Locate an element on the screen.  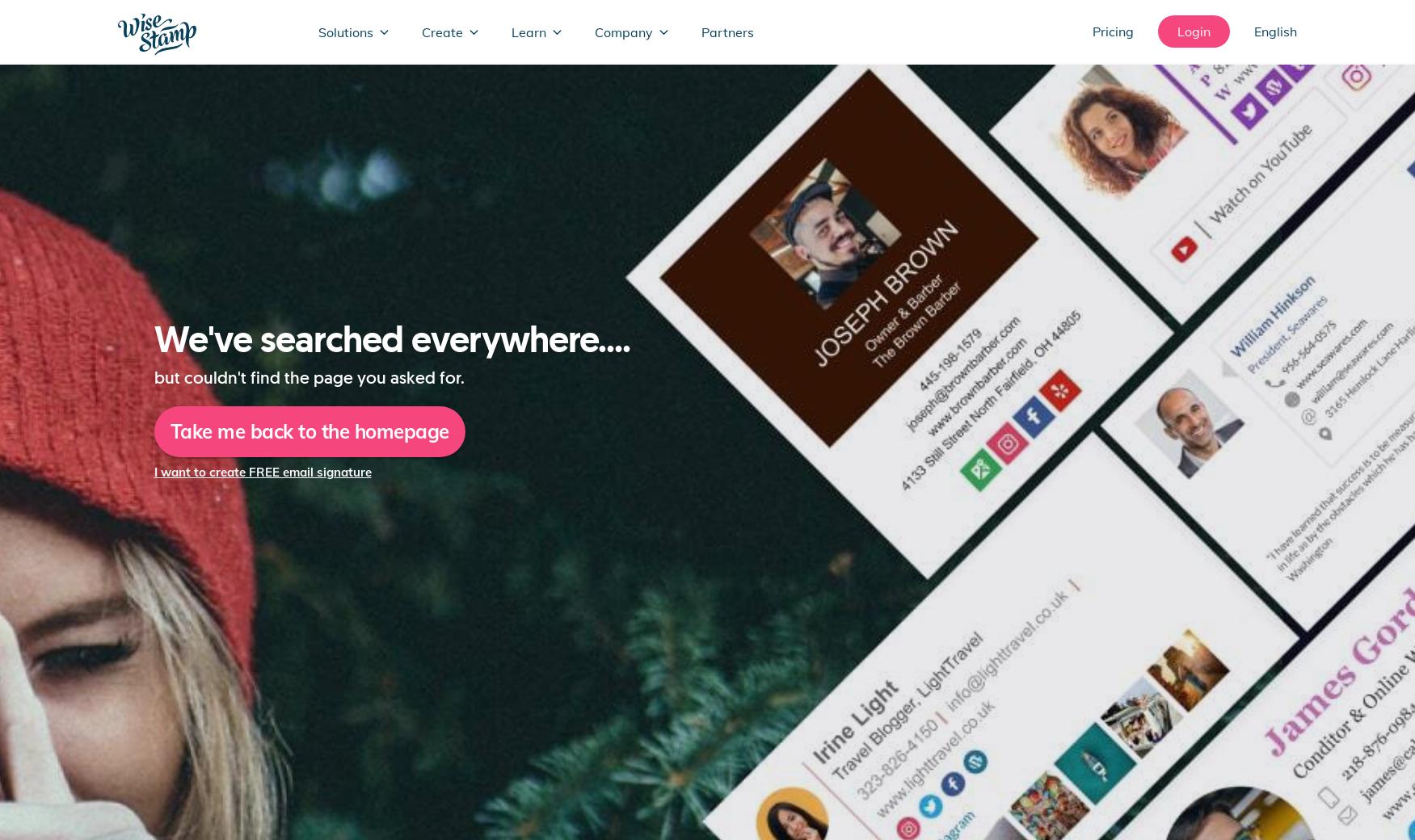
'but couldn't find the page you asked for.' is located at coordinates (308, 376).